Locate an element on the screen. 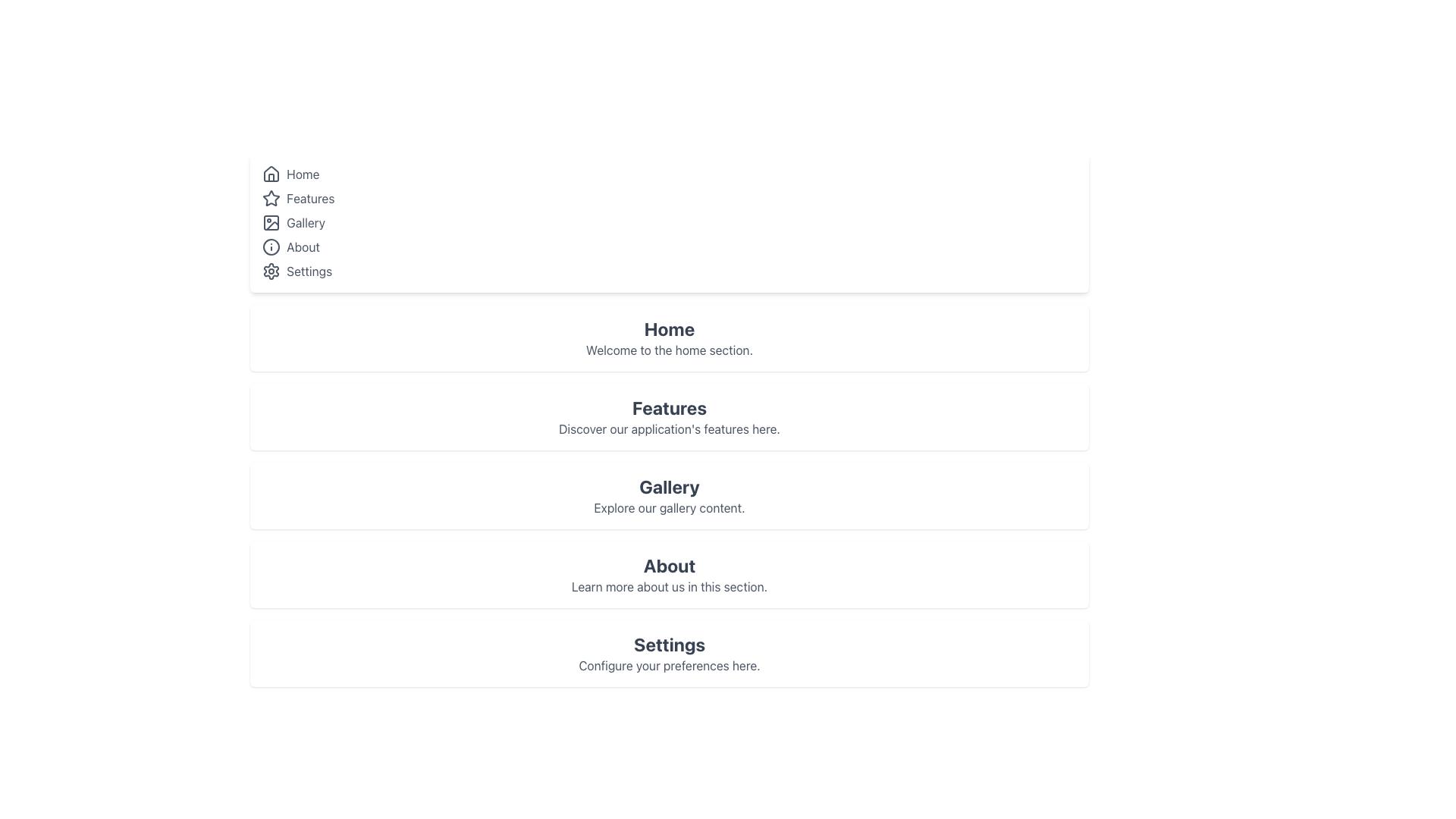 This screenshot has width=1456, height=819. the 'About' icon located in the vertical navigation menu, which is the fourth icon below 'Gallery' and above 'Settings' is located at coordinates (271, 246).